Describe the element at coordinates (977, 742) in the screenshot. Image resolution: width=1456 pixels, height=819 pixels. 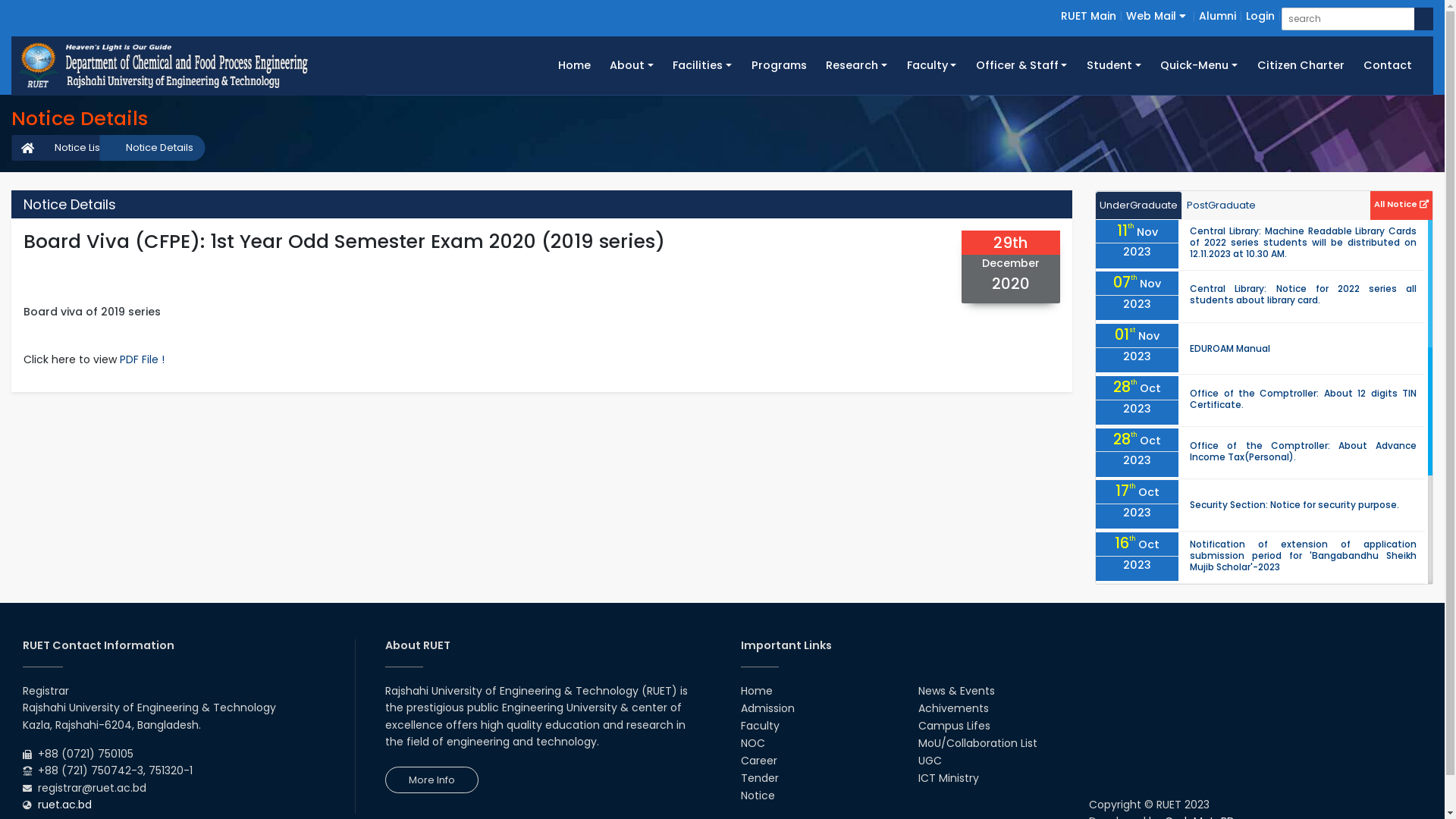
I see `'MoU/Collaboration List'` at that location.